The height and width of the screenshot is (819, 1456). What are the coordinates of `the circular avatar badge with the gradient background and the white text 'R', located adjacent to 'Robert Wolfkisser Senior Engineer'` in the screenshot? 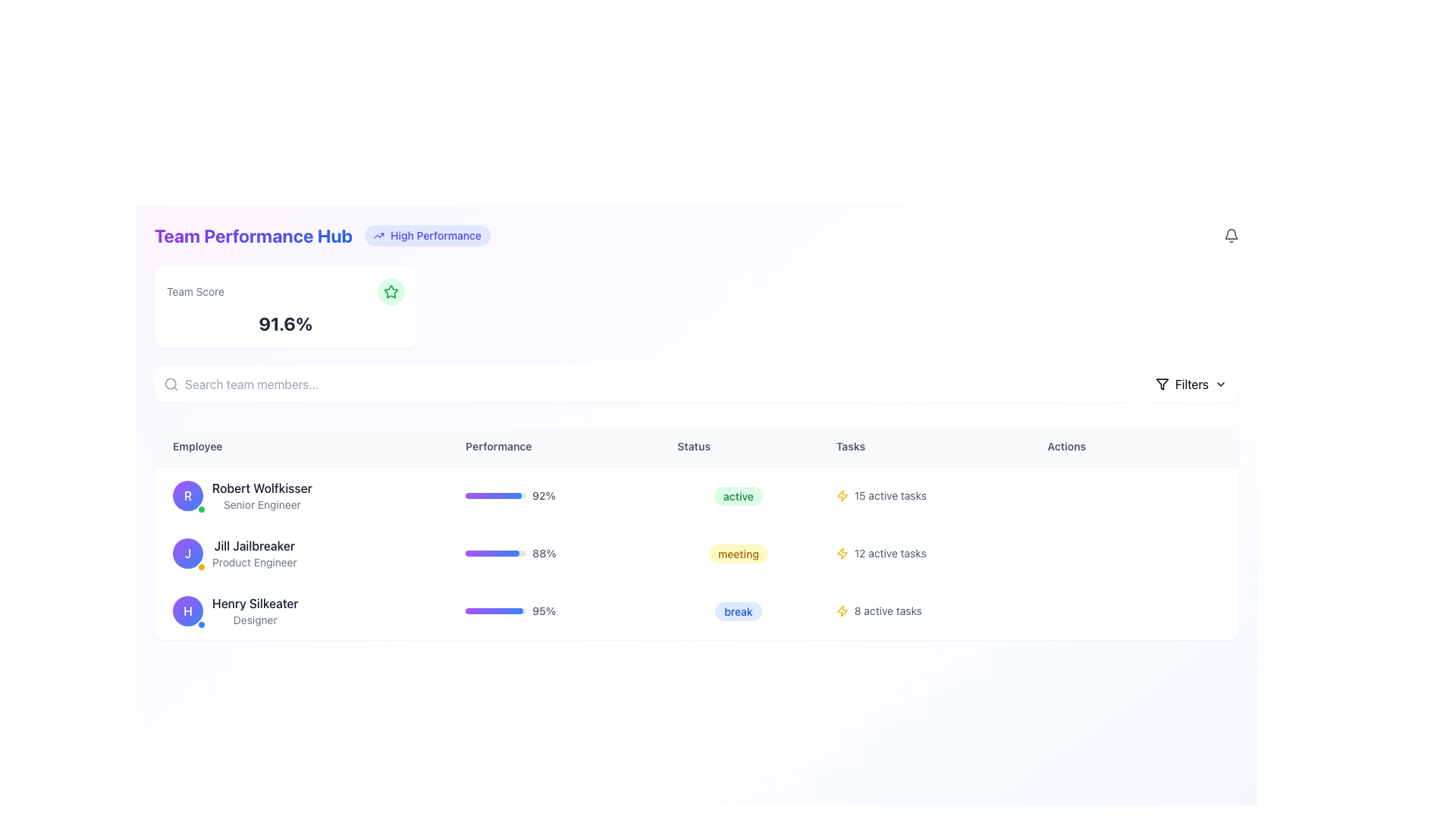 It's located at (187, 496).